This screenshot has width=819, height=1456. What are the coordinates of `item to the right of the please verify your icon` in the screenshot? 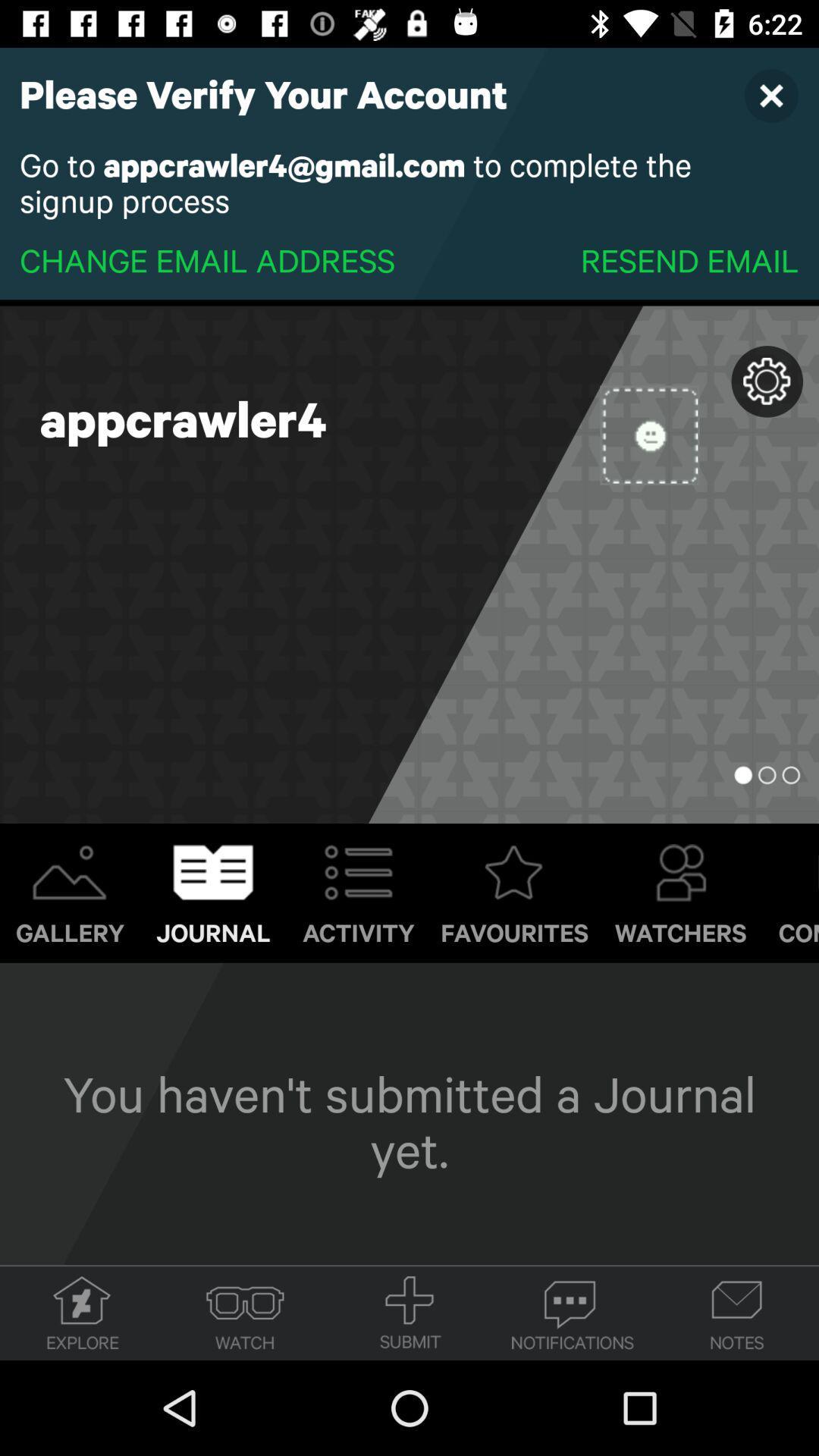 It's located at (771, 94).